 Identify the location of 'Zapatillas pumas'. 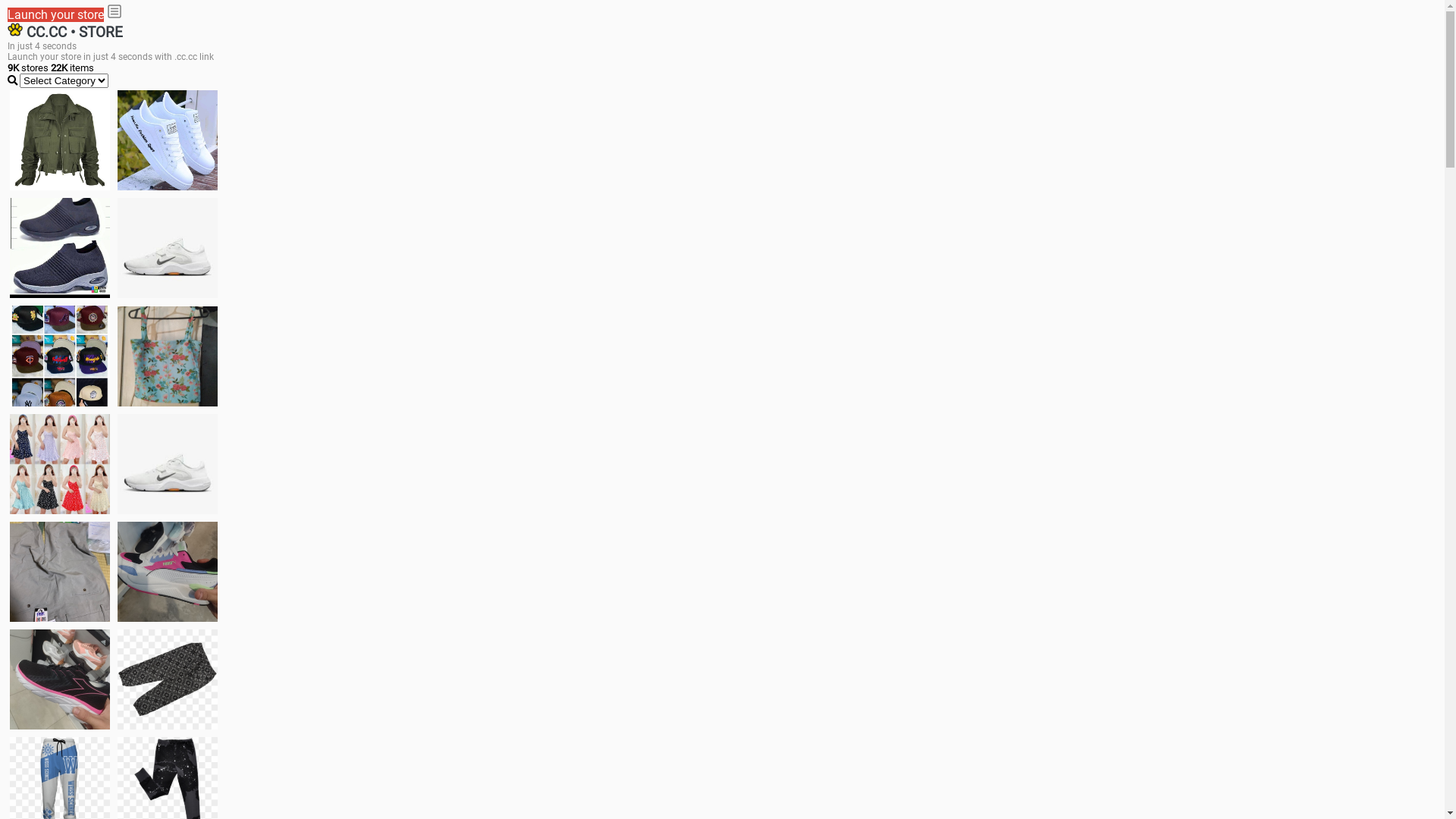
(167, 571).